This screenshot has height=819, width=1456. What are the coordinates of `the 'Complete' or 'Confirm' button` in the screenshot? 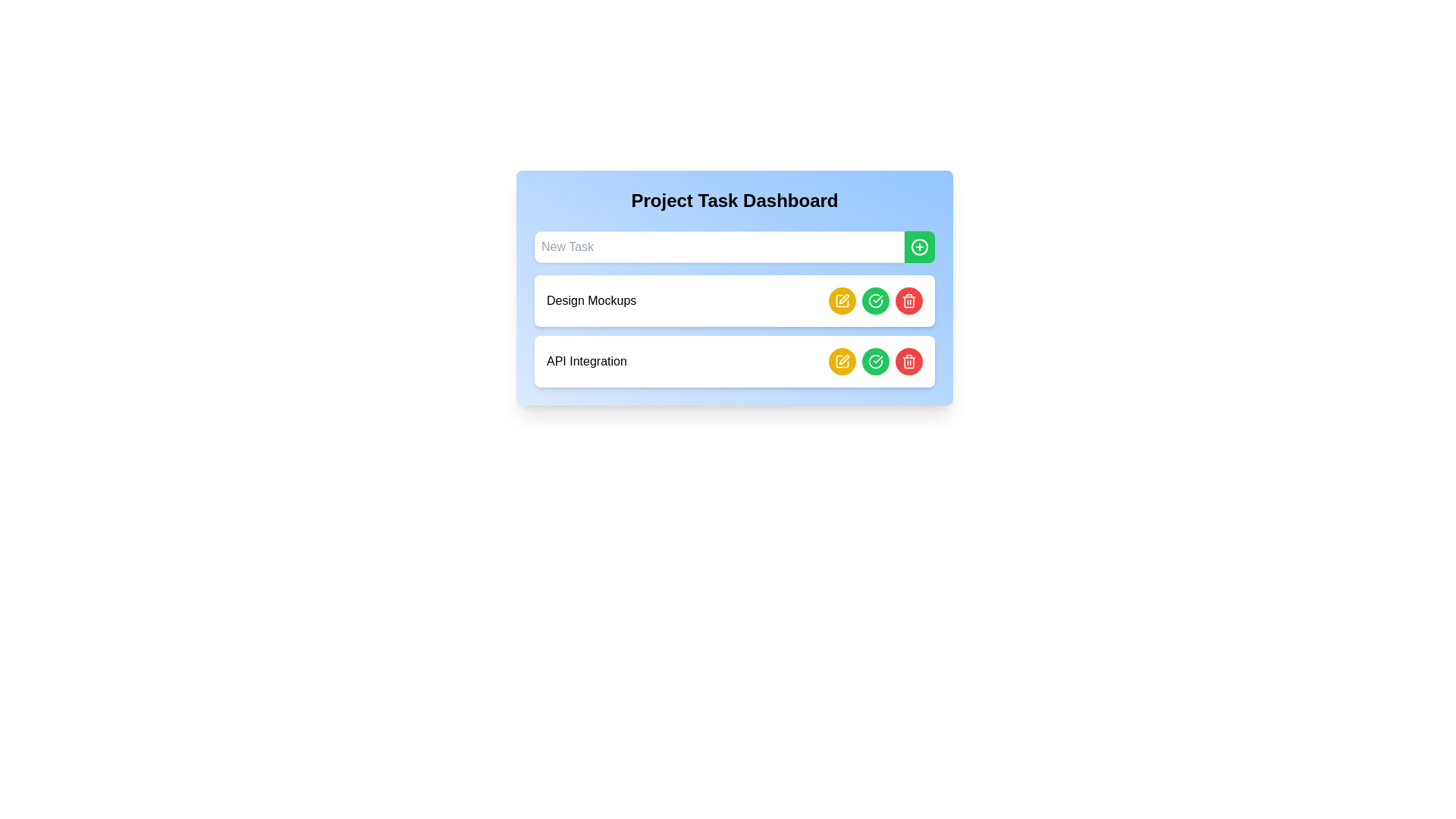 It's located at (876, 301).